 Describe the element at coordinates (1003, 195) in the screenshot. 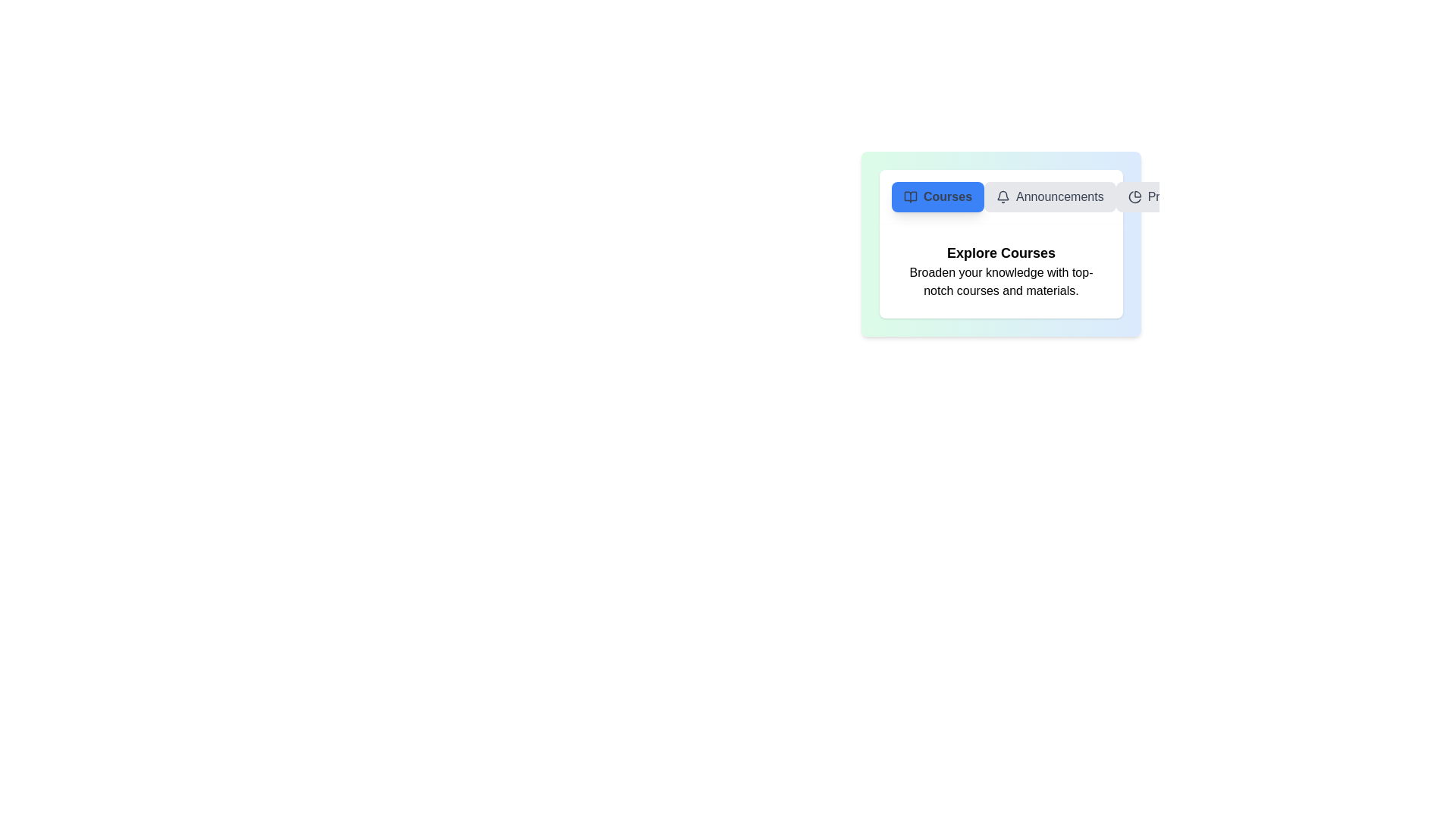

I see `the notification icon located at the rightmost side of the horizontal tab-like section above the 'Explore Courses' content card, which is smaller and visually distinct due to its iconographic design` at that location.